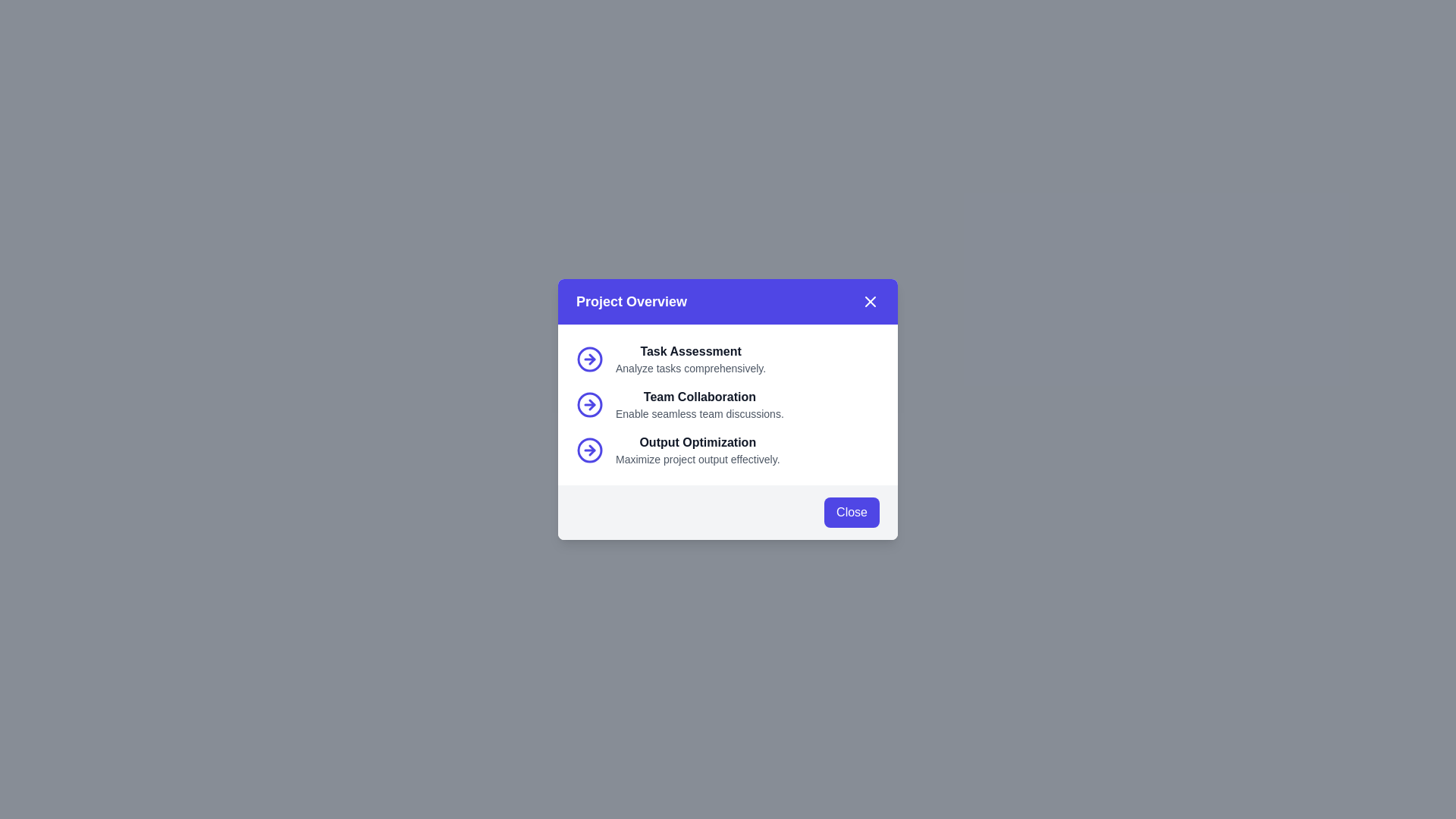 Image resolution: width=1456 pixels, height=819 pixels. Describe the element at coordinates (588, 359) in the screenshot. I see `the circular icon marking the beginning of the 'Task Assessment' row in the 'Project Overview' dialog box` at that location.